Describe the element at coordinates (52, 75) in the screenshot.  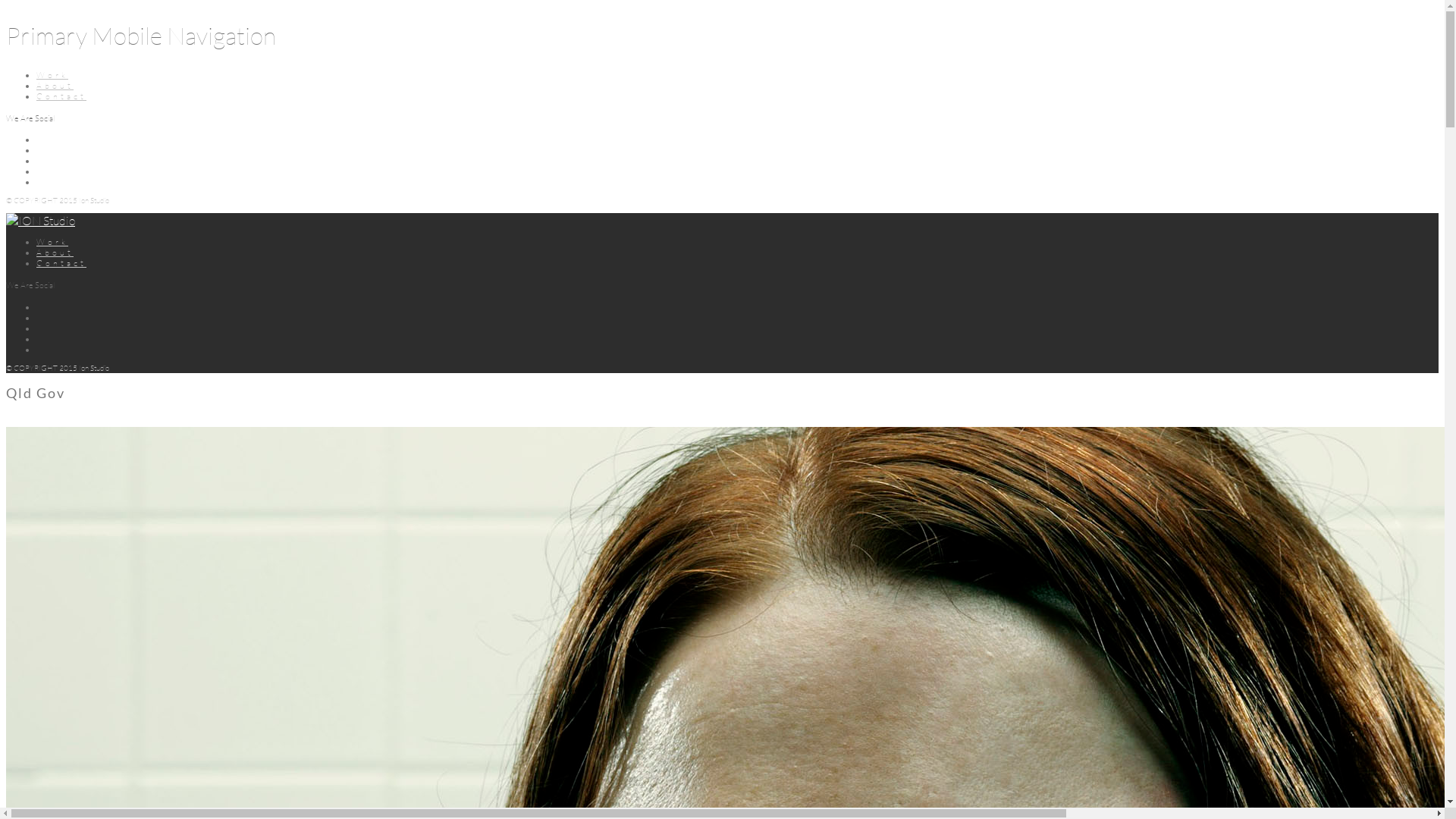
I see `'Work'` at that location.